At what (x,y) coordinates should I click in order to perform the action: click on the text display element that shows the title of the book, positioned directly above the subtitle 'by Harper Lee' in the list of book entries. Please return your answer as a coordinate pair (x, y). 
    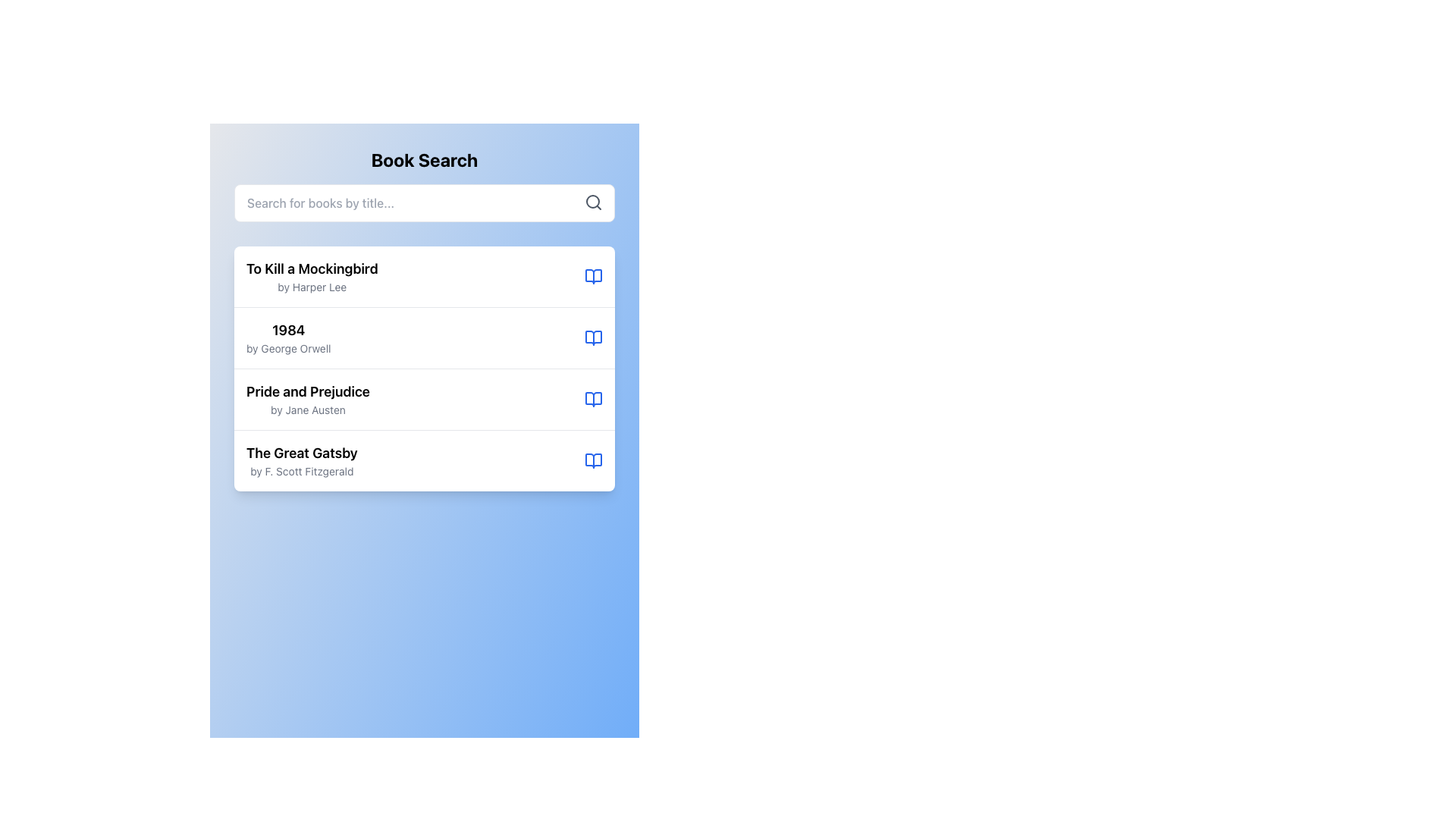
    Looking at the image, I should click on (311, 268).